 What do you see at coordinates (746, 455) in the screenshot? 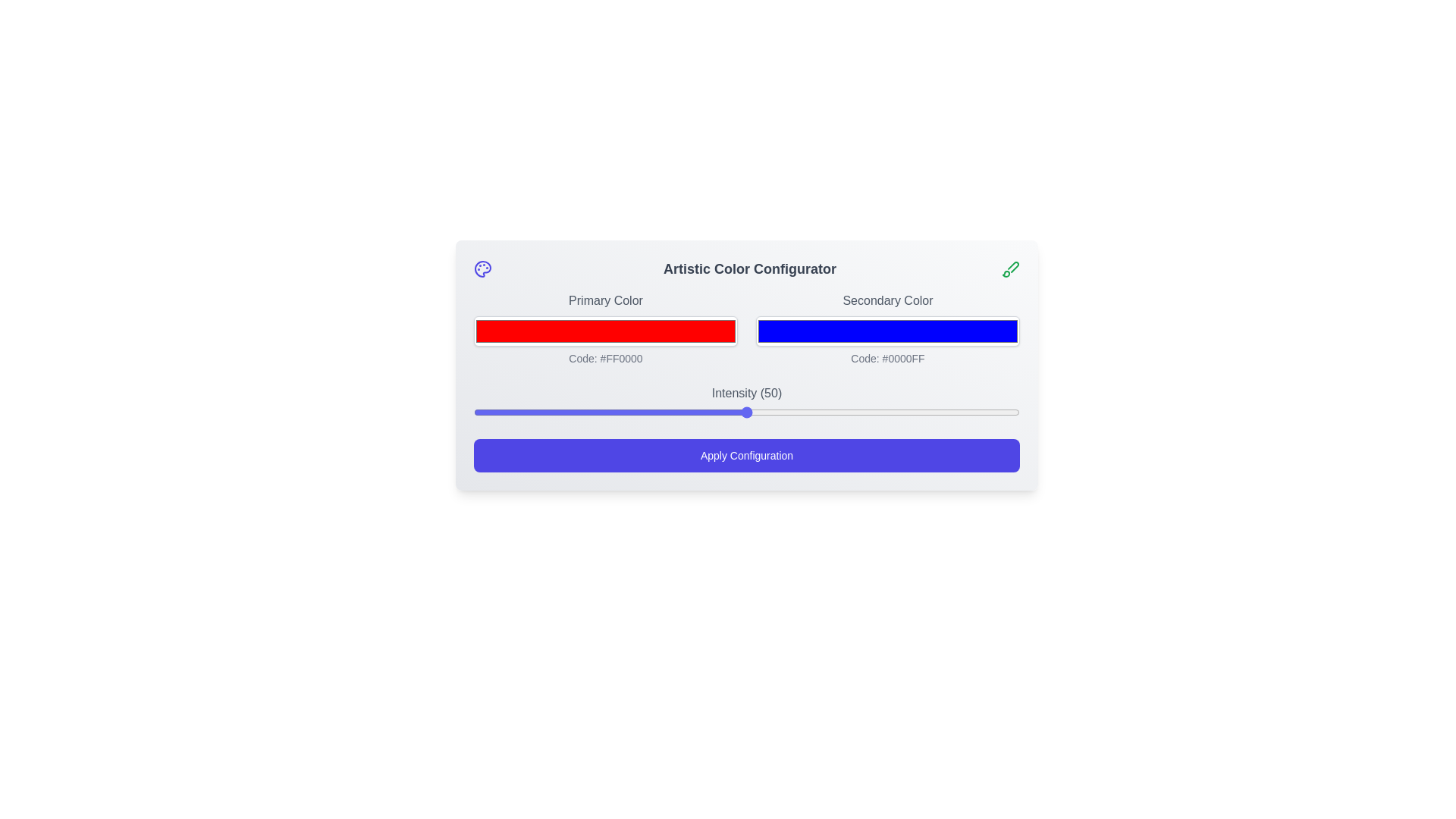
I see `the 'Apply Configuration' button to apply the settings` at bounding box center [746, 455].